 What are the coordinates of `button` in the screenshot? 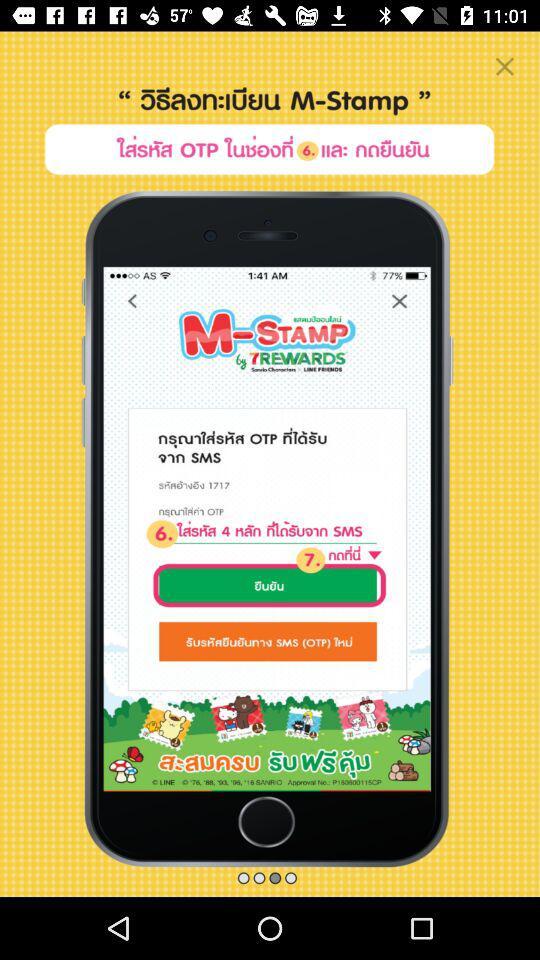 It's located at (503, 66).